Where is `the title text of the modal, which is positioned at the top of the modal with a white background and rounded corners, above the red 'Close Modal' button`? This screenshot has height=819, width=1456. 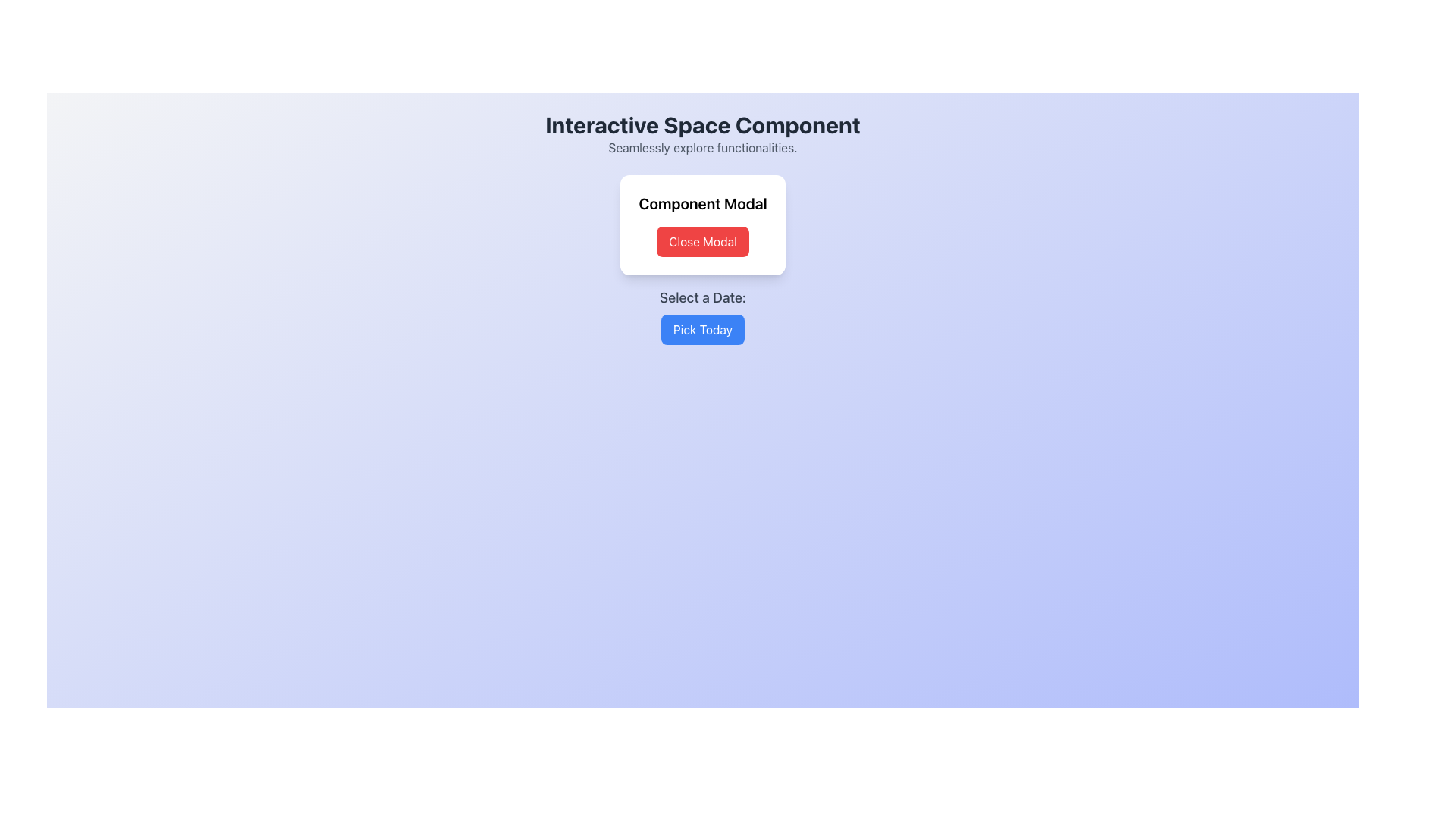
the title text of the modal, which is positioned at the top of the modal with a white background and rounded corners, above the red 'Close Modal' button is located at coordinates (701, 203).